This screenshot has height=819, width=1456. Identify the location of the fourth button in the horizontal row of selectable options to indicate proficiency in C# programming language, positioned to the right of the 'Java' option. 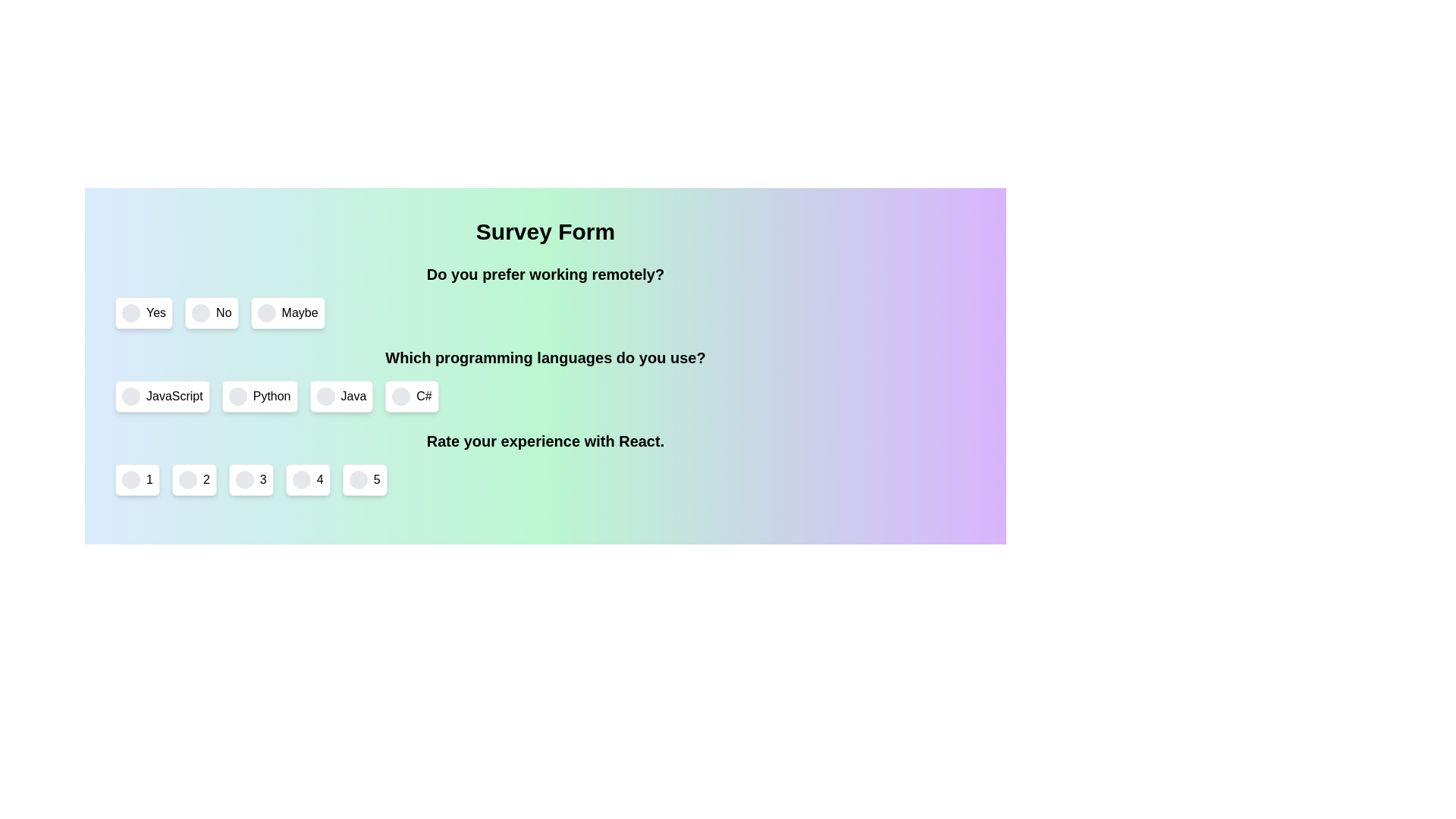
(412, 396).